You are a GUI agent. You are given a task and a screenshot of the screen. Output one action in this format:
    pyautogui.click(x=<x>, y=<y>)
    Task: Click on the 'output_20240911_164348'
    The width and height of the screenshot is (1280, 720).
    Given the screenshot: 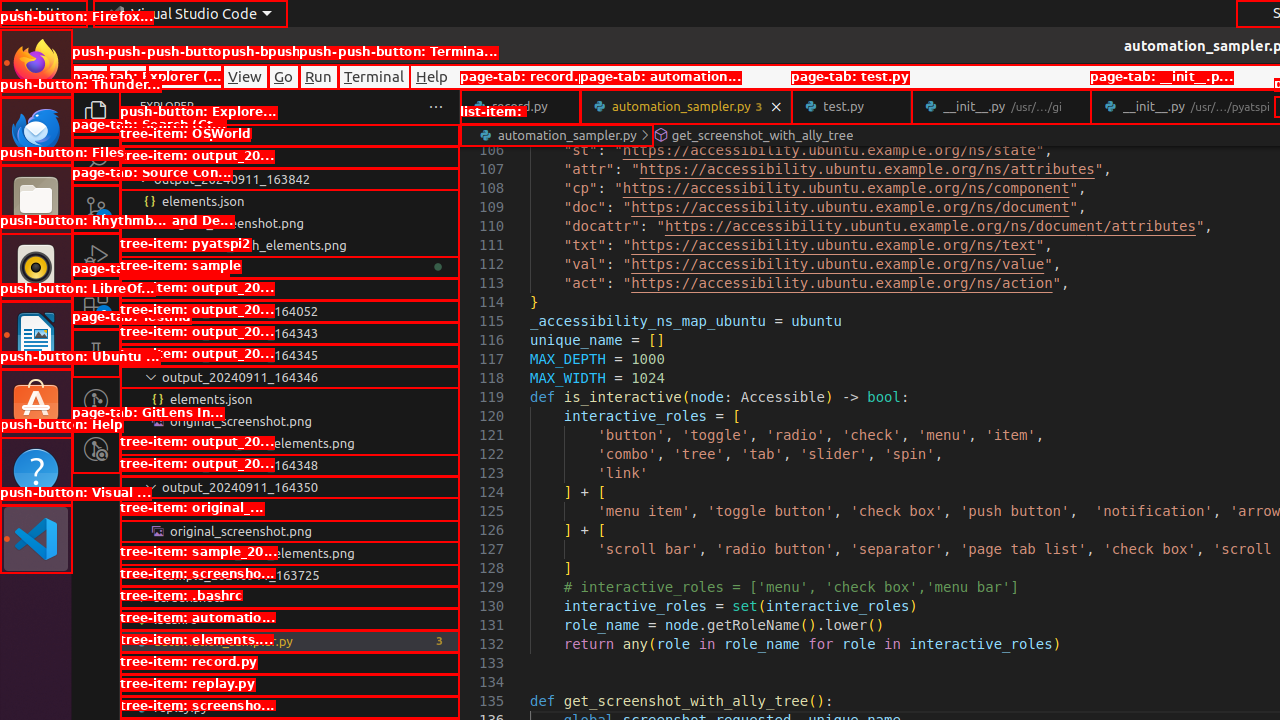 What is the action you would take?
    pyautogui.click(x=288, y=464)
    